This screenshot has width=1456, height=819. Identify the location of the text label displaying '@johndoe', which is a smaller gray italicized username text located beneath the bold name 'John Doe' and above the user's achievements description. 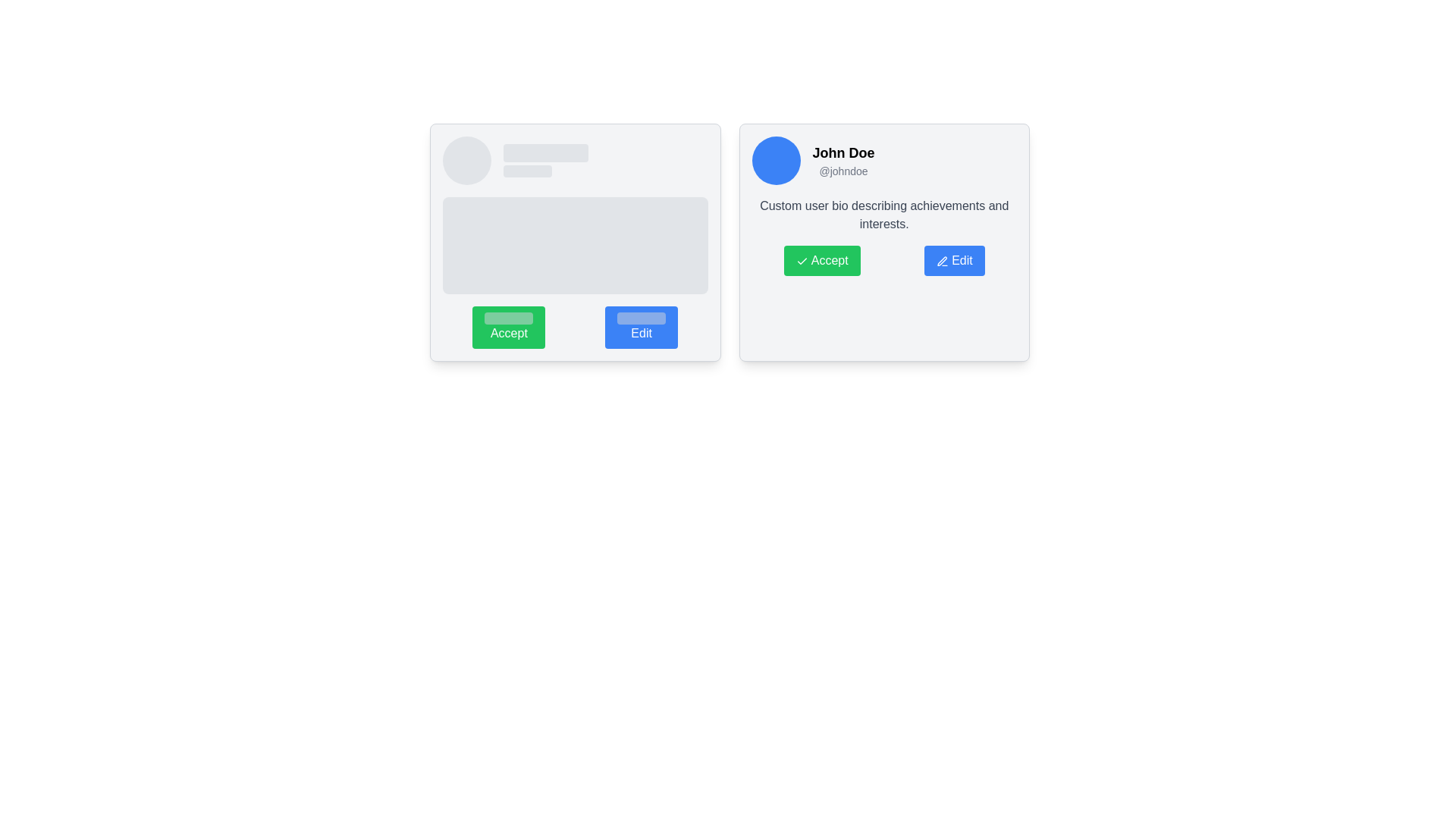
(843, 171).